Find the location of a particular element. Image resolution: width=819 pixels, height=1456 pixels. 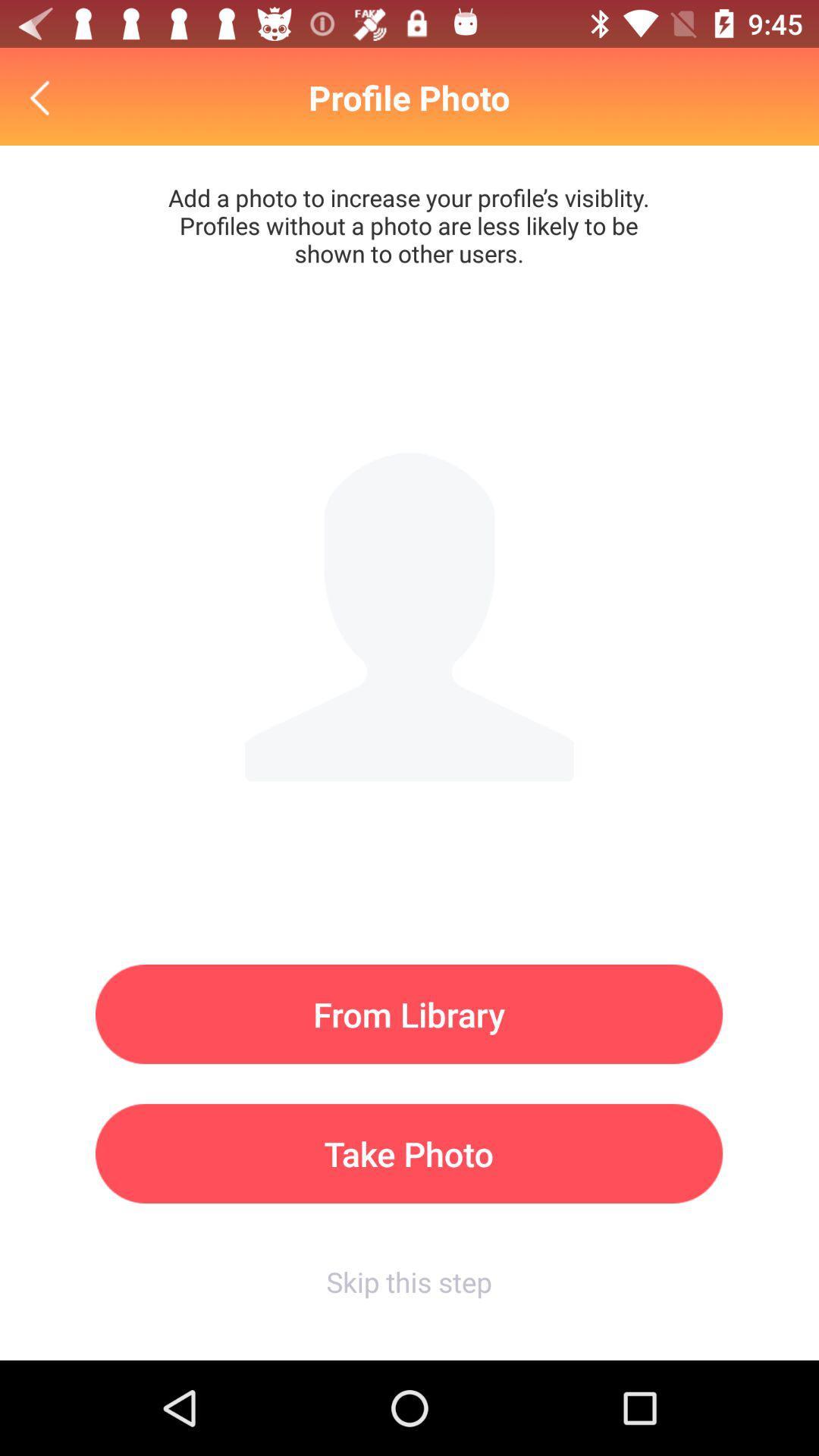

button at the top left corner is located at coordinates (42, 97).